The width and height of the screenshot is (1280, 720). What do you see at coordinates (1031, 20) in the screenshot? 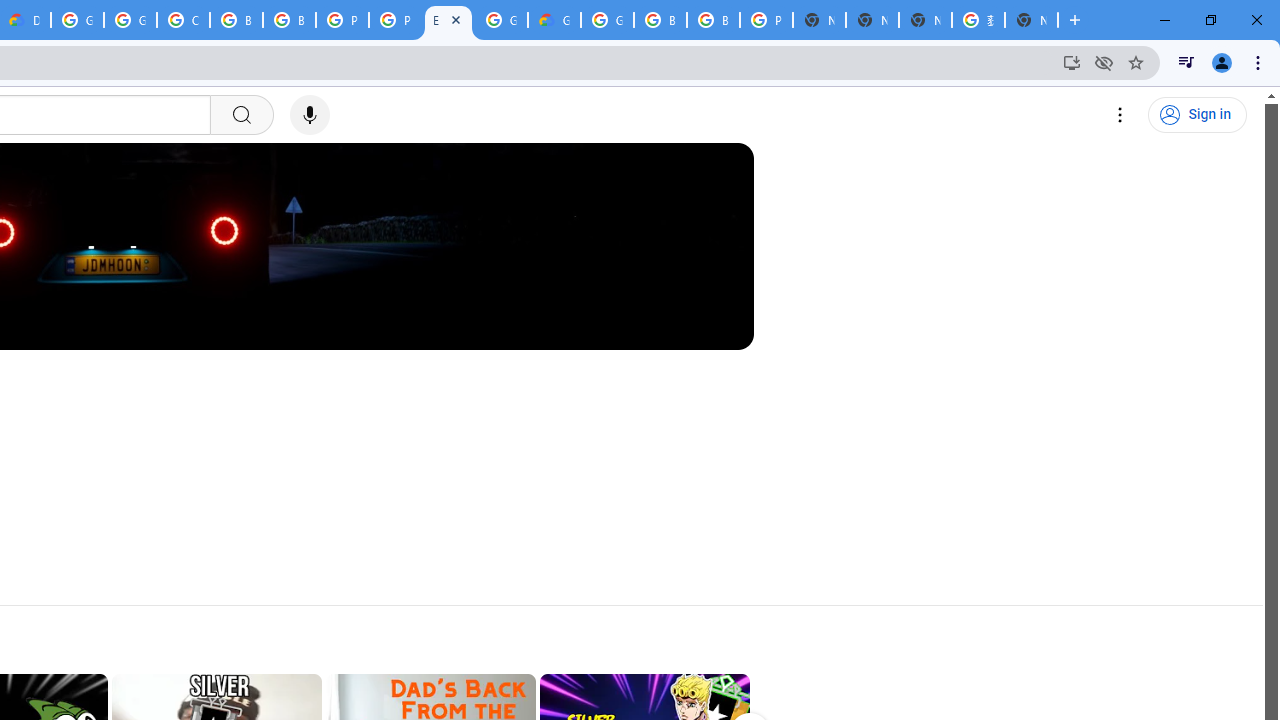
I see `'New Tab'` at bounding box center [1031, 20].